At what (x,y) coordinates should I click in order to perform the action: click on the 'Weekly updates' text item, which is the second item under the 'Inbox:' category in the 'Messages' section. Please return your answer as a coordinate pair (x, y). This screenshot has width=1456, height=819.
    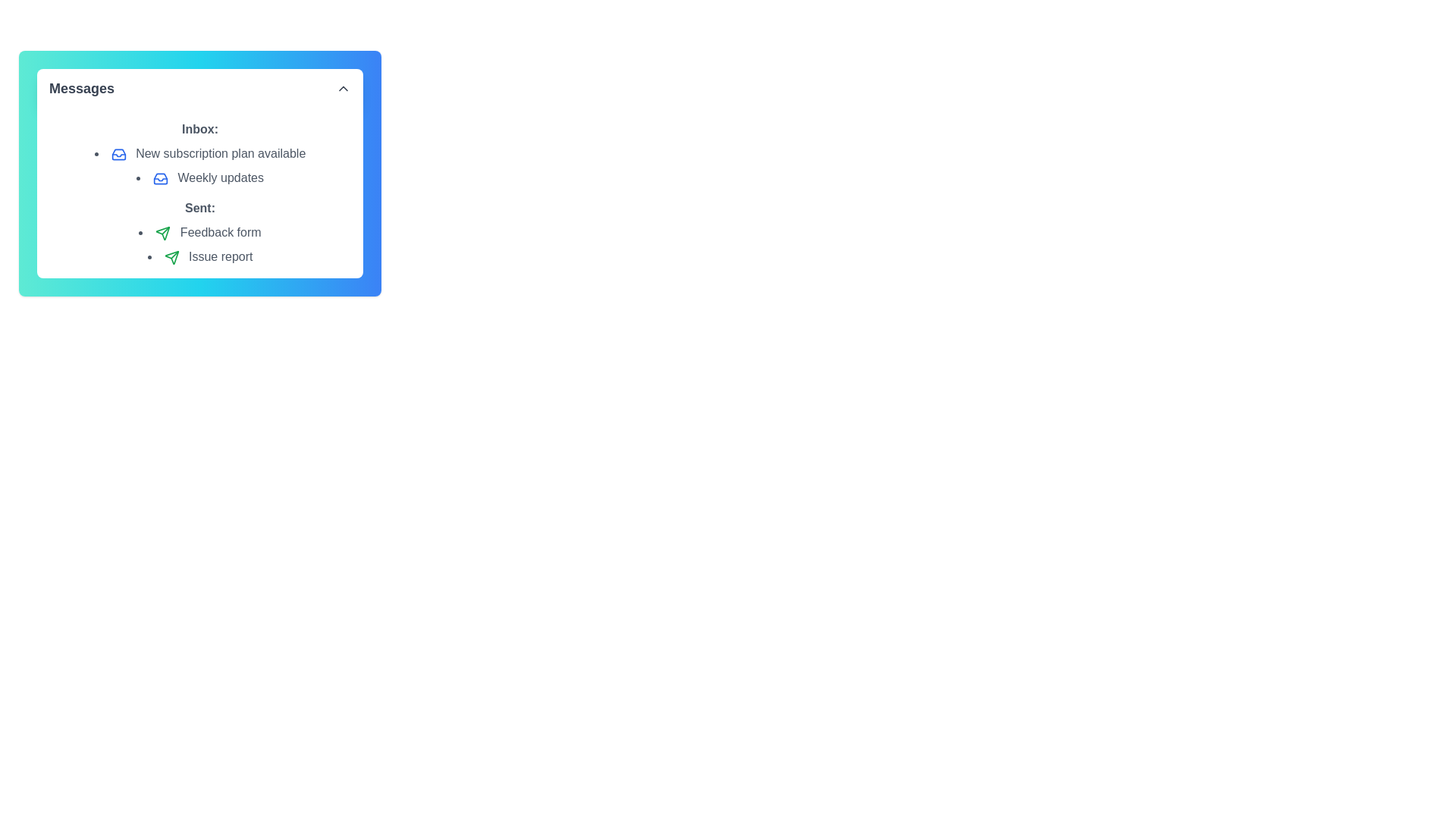
    Looking at the image, I should click on (199, 177).